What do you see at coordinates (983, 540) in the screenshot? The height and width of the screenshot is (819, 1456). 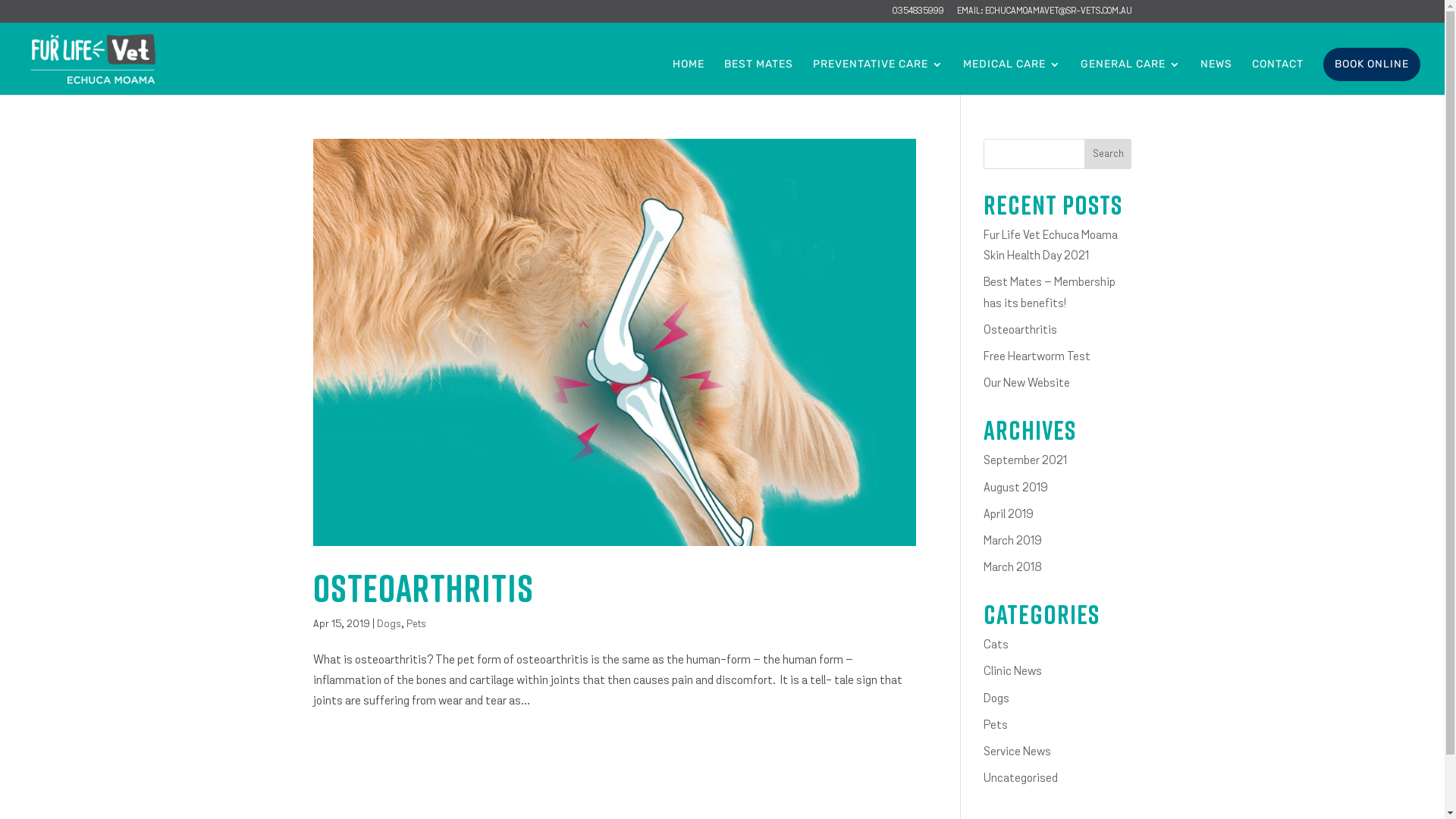 I see `'March 2019'` at bounding box center [983, 540].